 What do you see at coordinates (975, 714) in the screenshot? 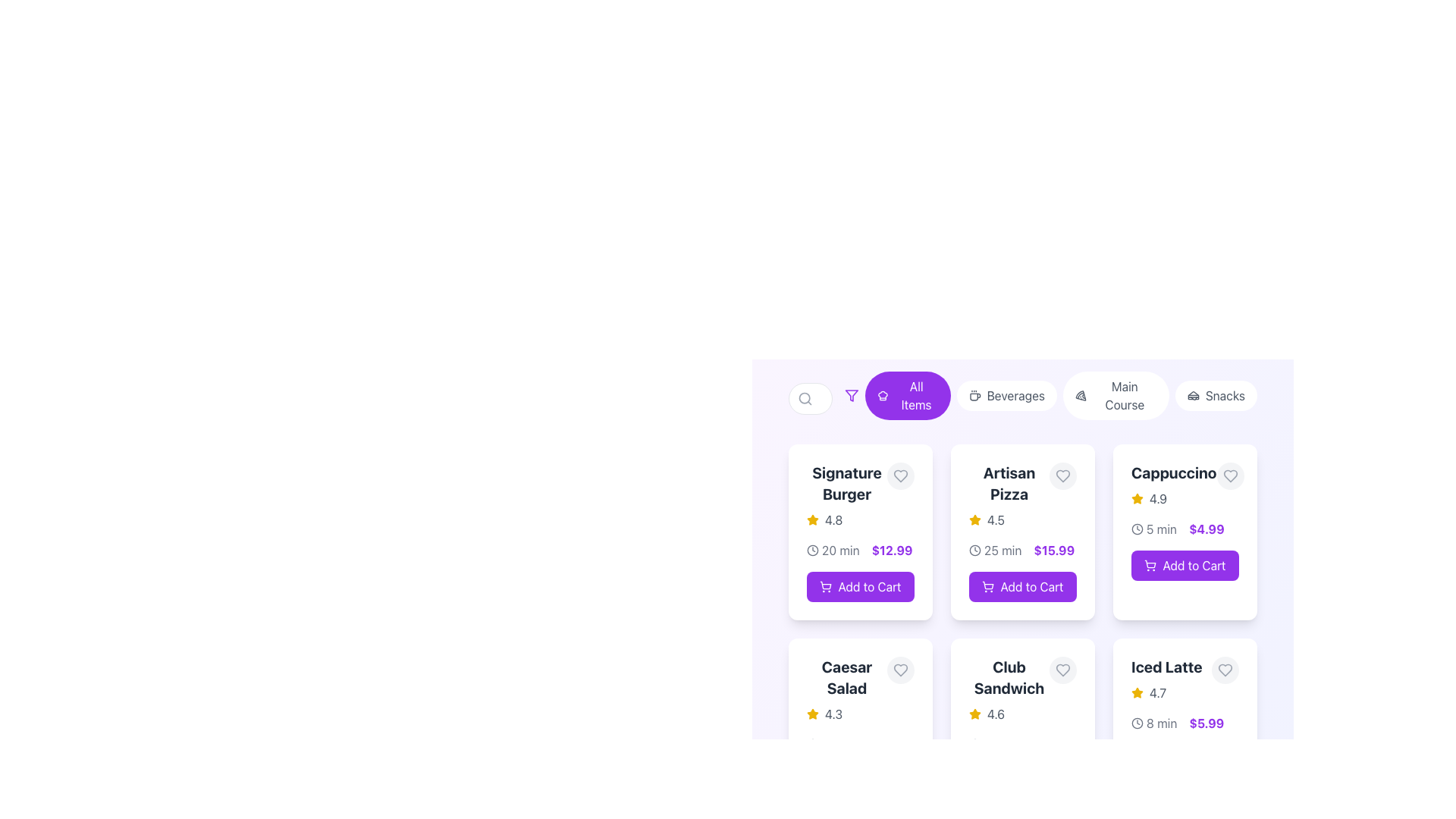
I see `the star icon located at the top left corner of the 'Cappuccino' card, which serves as an indicator for rating or favorite items` at bounding box center [975, 714].